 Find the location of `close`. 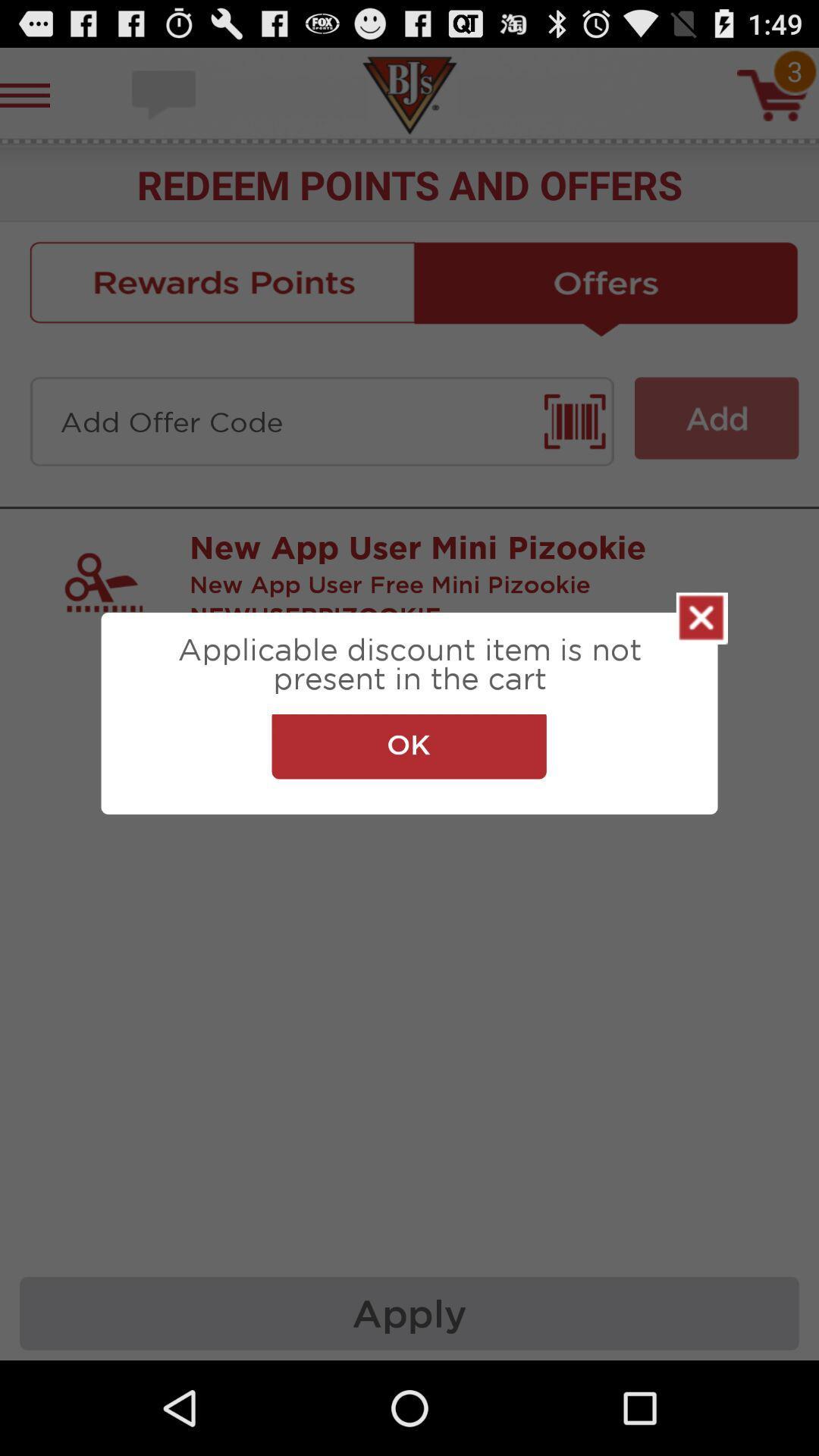

close is located at coordinates (701, 618).